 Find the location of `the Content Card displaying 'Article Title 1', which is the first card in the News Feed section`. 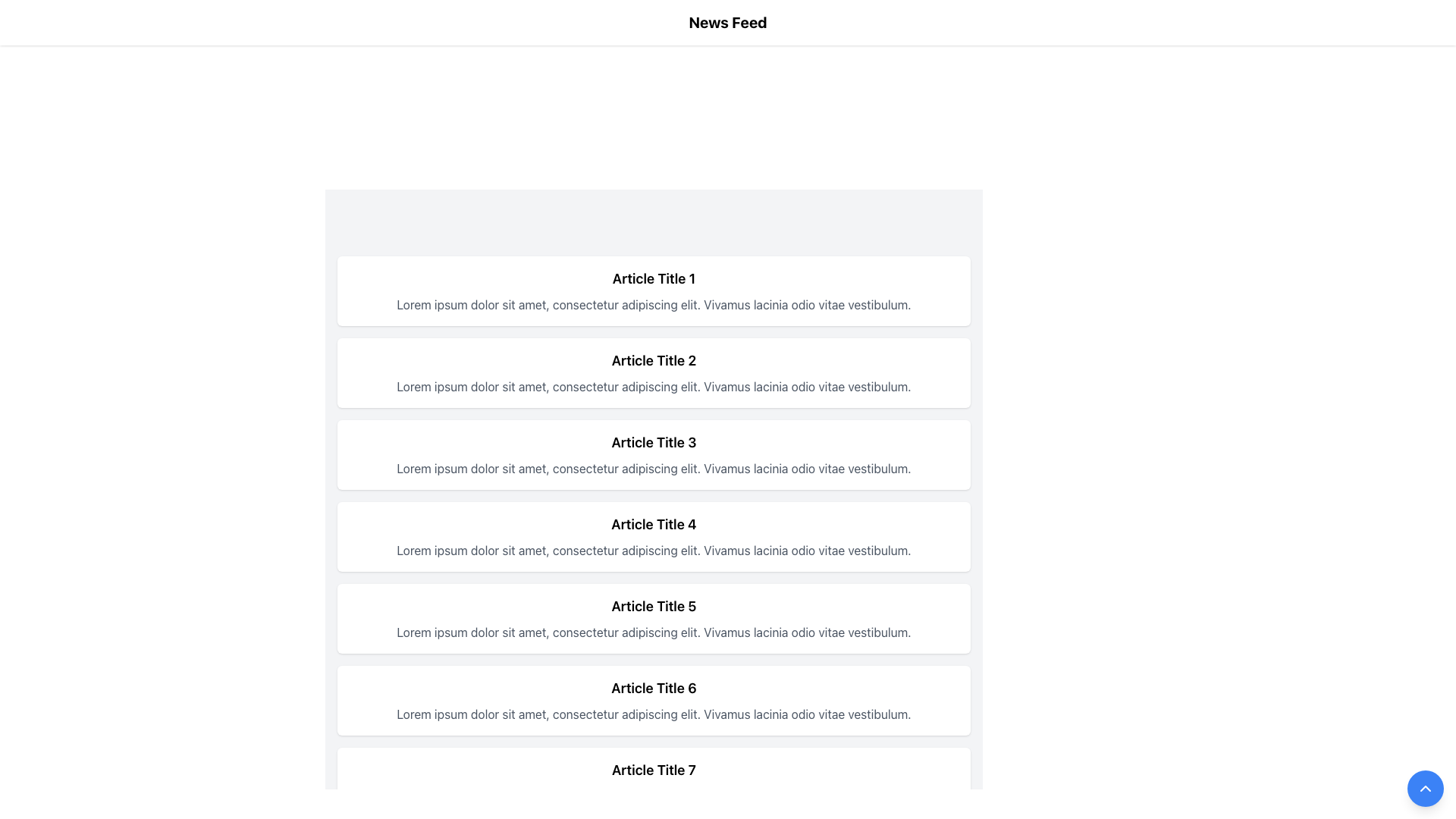

the Content Card displaying 'Article Title 1', which is the first card in the News Feed section is located at coordinates (654, 291).